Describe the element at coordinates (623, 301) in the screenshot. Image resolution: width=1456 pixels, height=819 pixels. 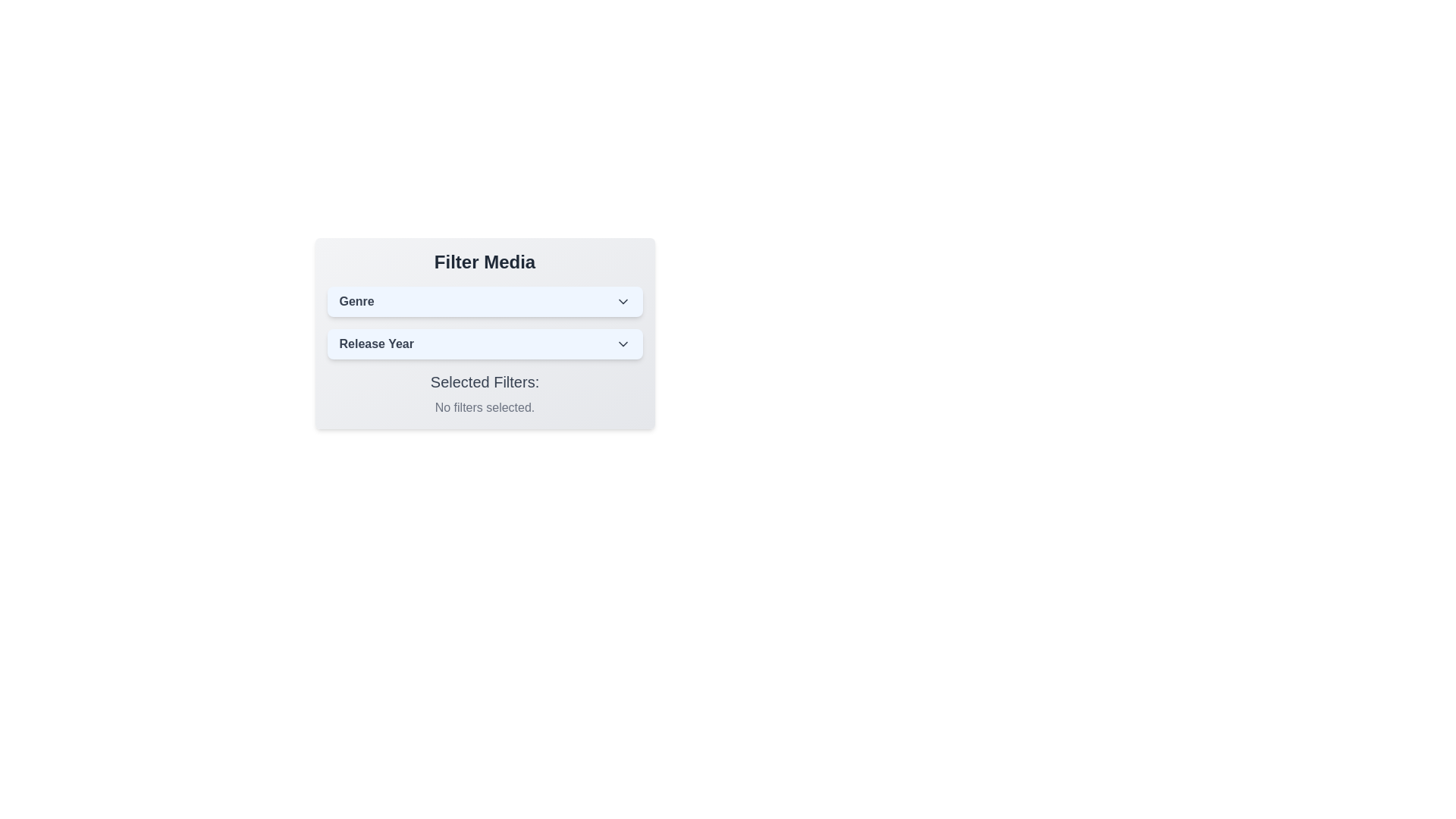
I see `the Dropdown toggle icon located at the far right of the 'Genre' button to provide visual feedback` at that location.